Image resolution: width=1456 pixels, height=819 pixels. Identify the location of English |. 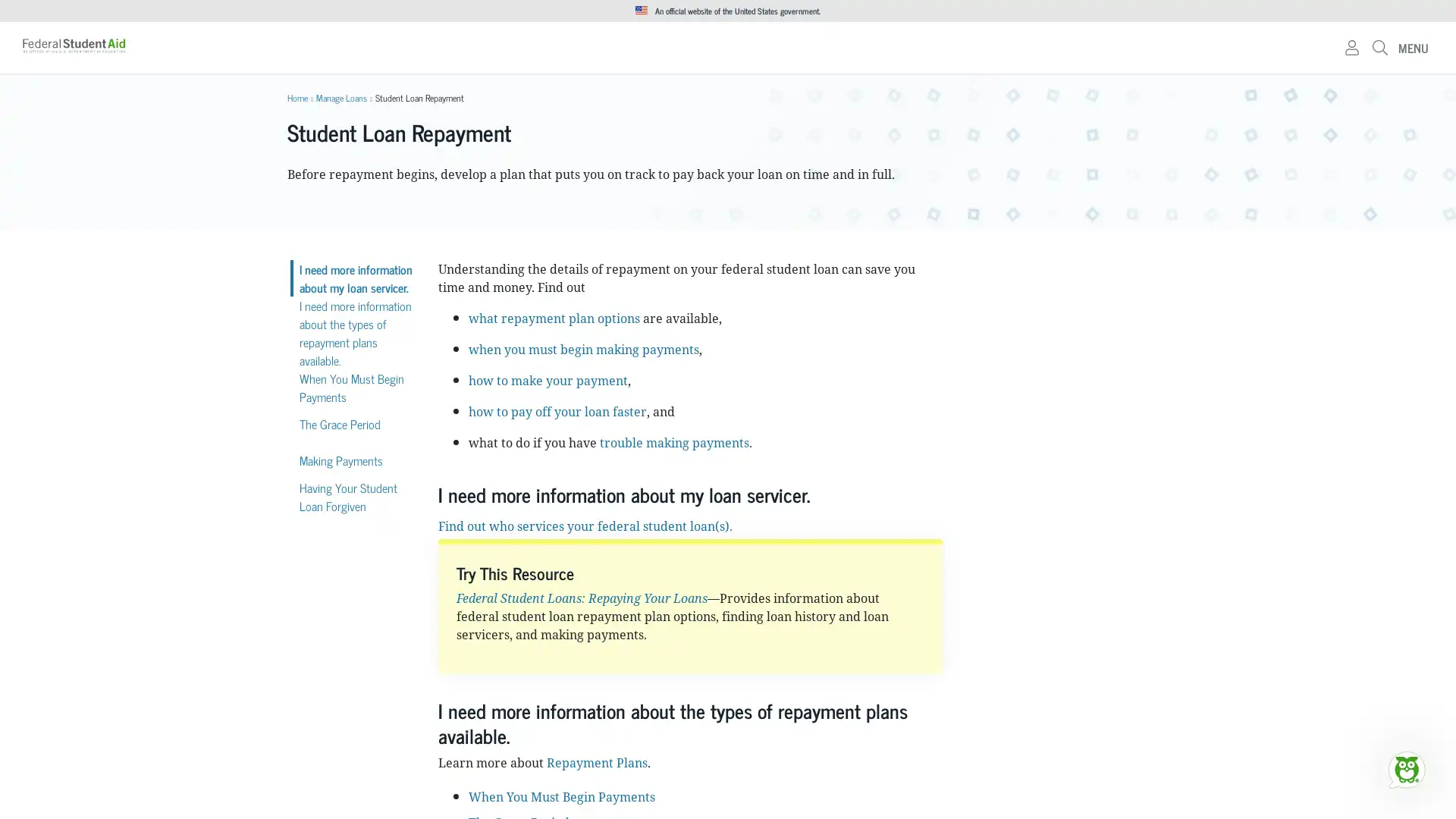
(1117, 11).